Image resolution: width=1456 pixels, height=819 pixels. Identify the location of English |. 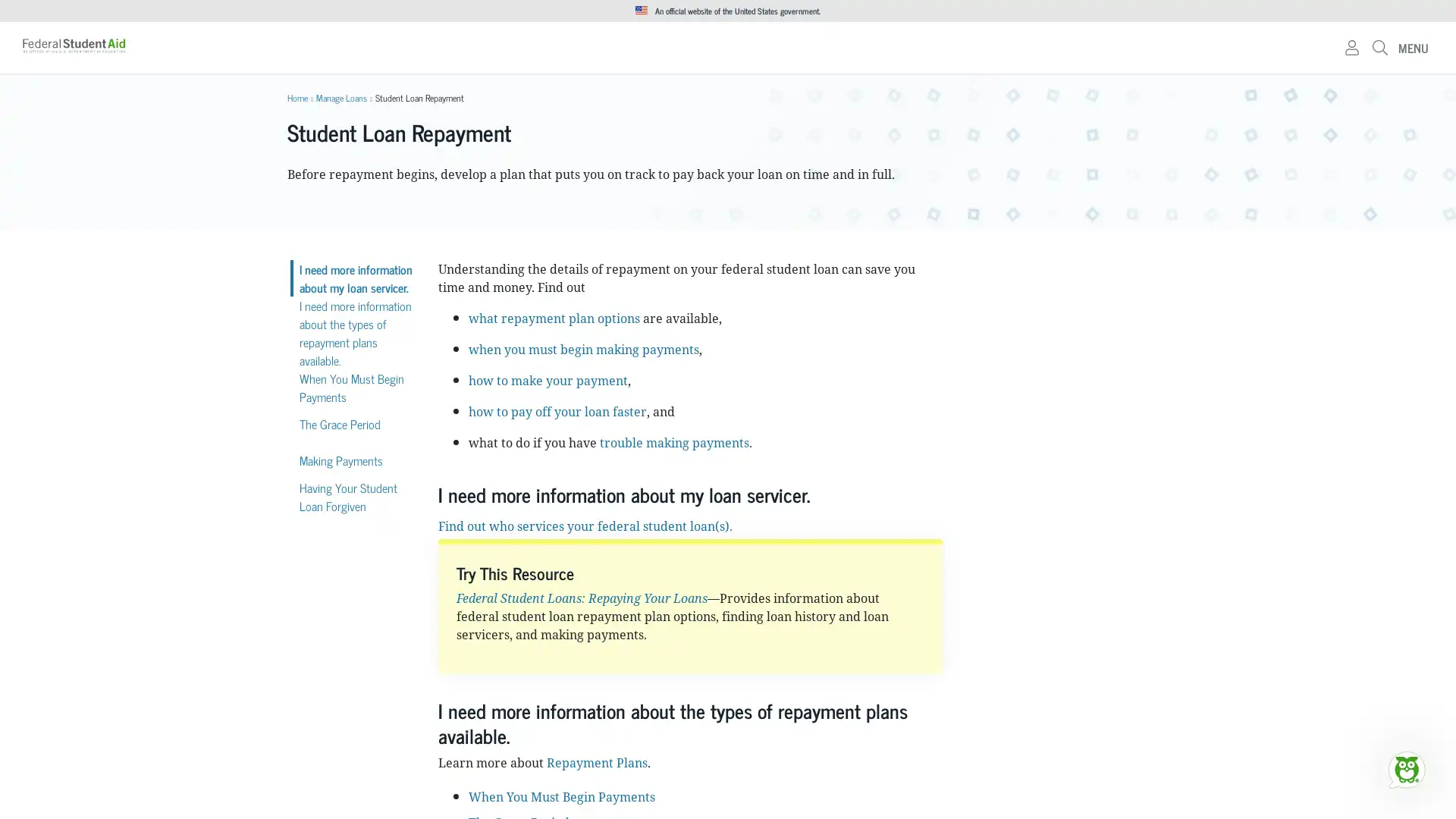
(1117, 11).